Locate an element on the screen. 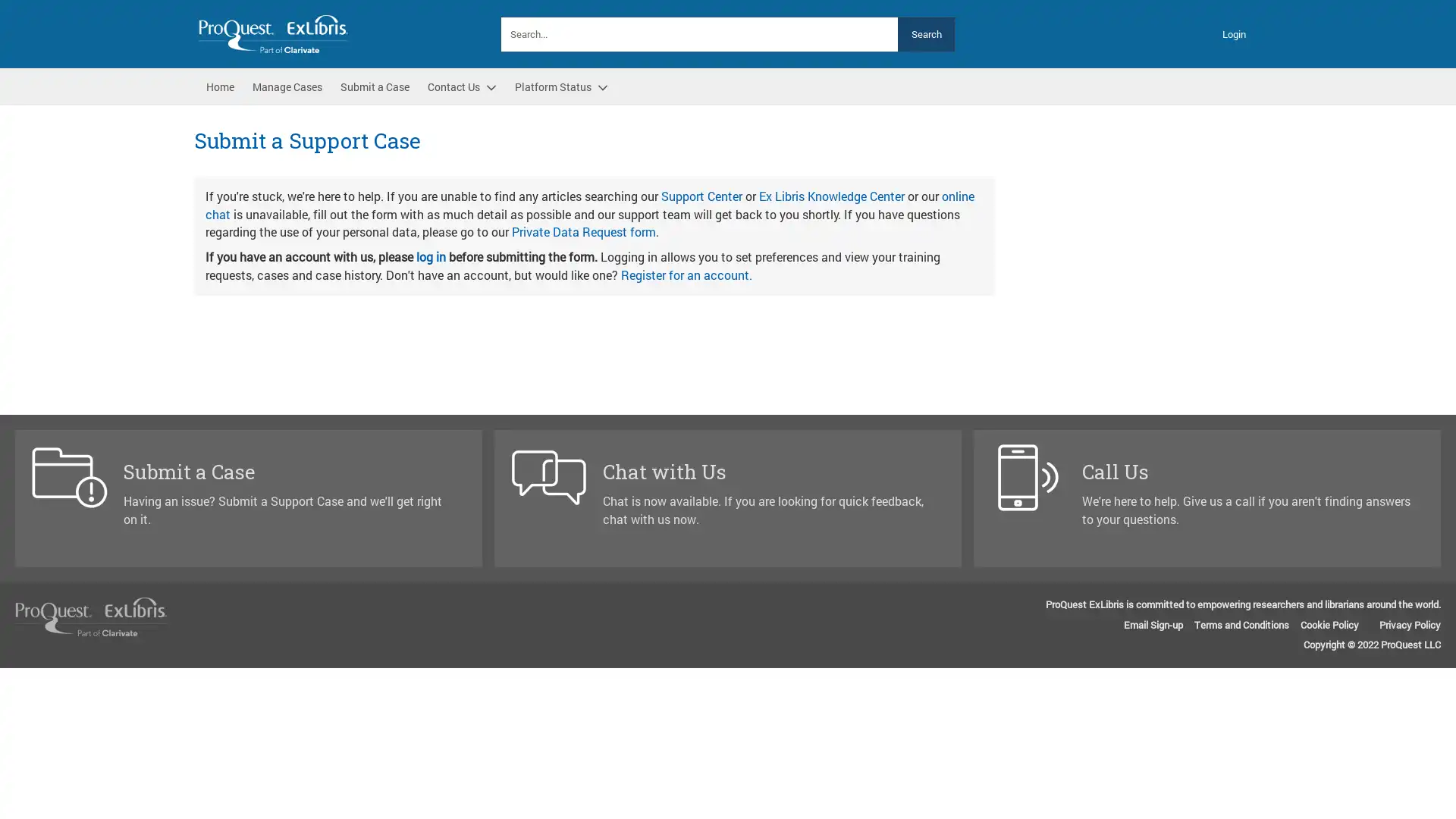 Image resolution: width=1456 pixels, height=819 pixels. Search is located at coordinates (925, 33).